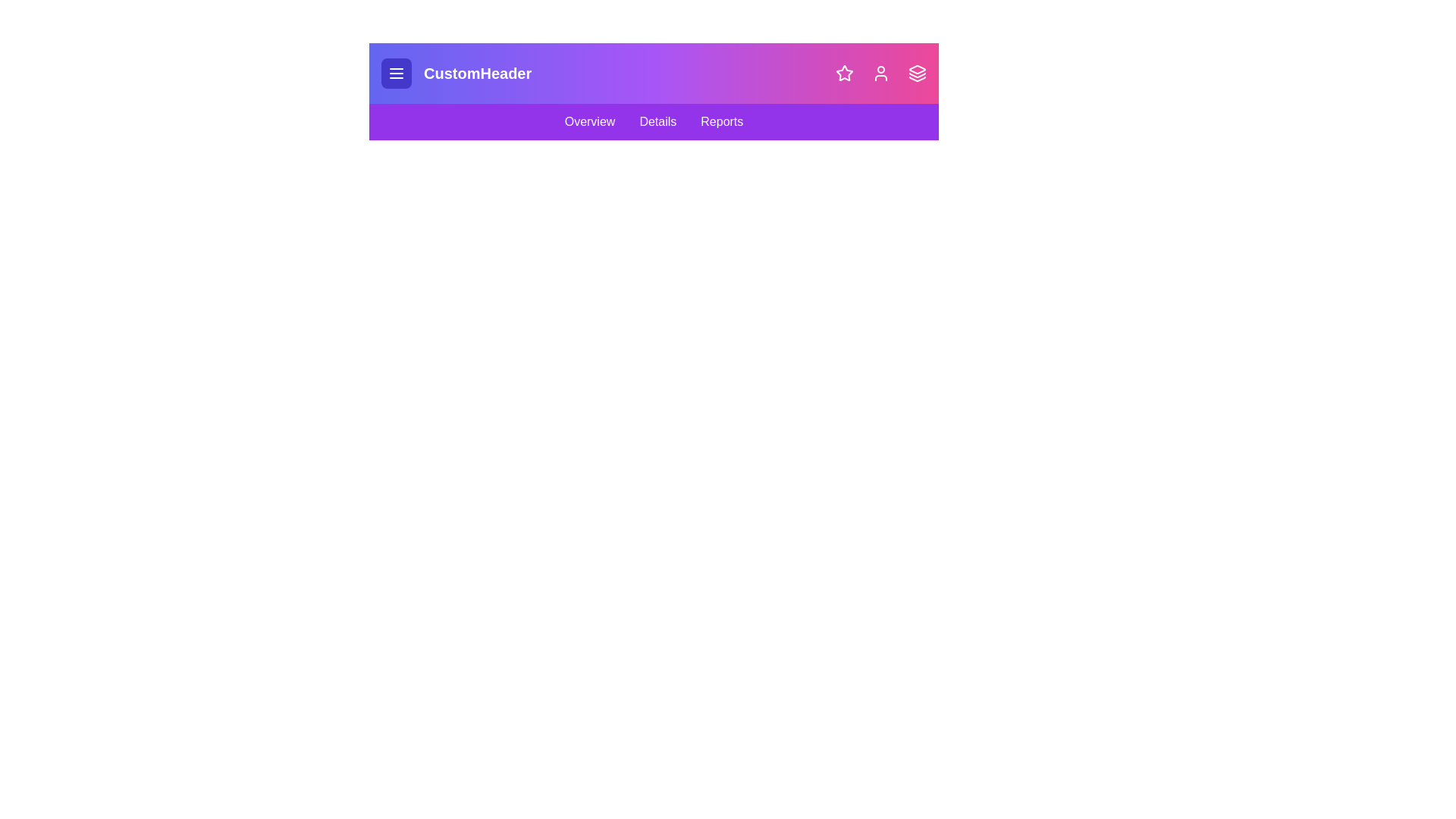 This screenshot has height=819, width=1456. Describe the element at coordinates (397, 73) in the screenshot. I see `the menu button to toggle the menu visibility` at that location.